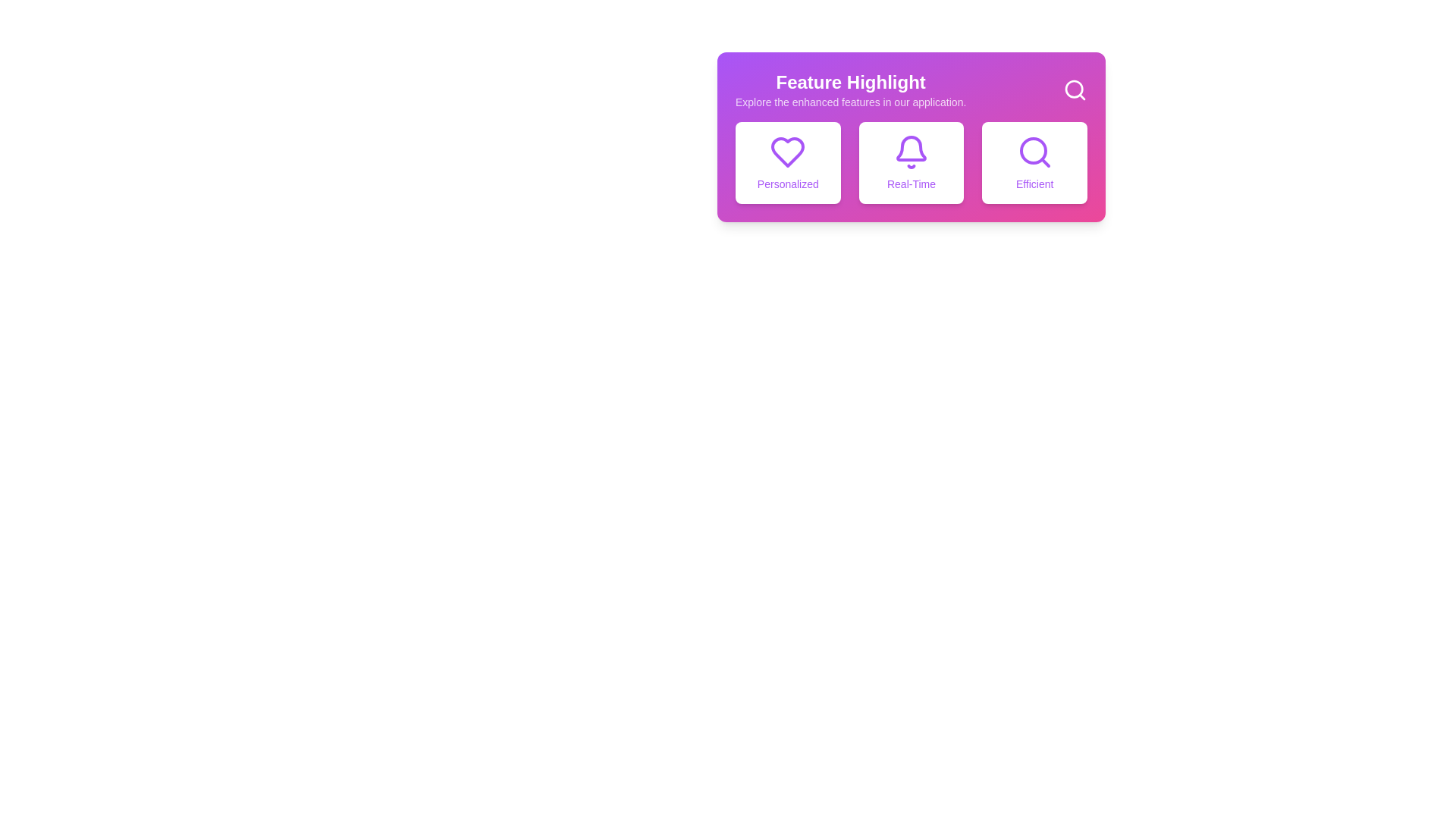  I want to click on the magnifying glass icon with a purple outline located within the 'Efficient' card, the rightmost card beneath the 'Feature Highlight' title, so click(1034, 152).